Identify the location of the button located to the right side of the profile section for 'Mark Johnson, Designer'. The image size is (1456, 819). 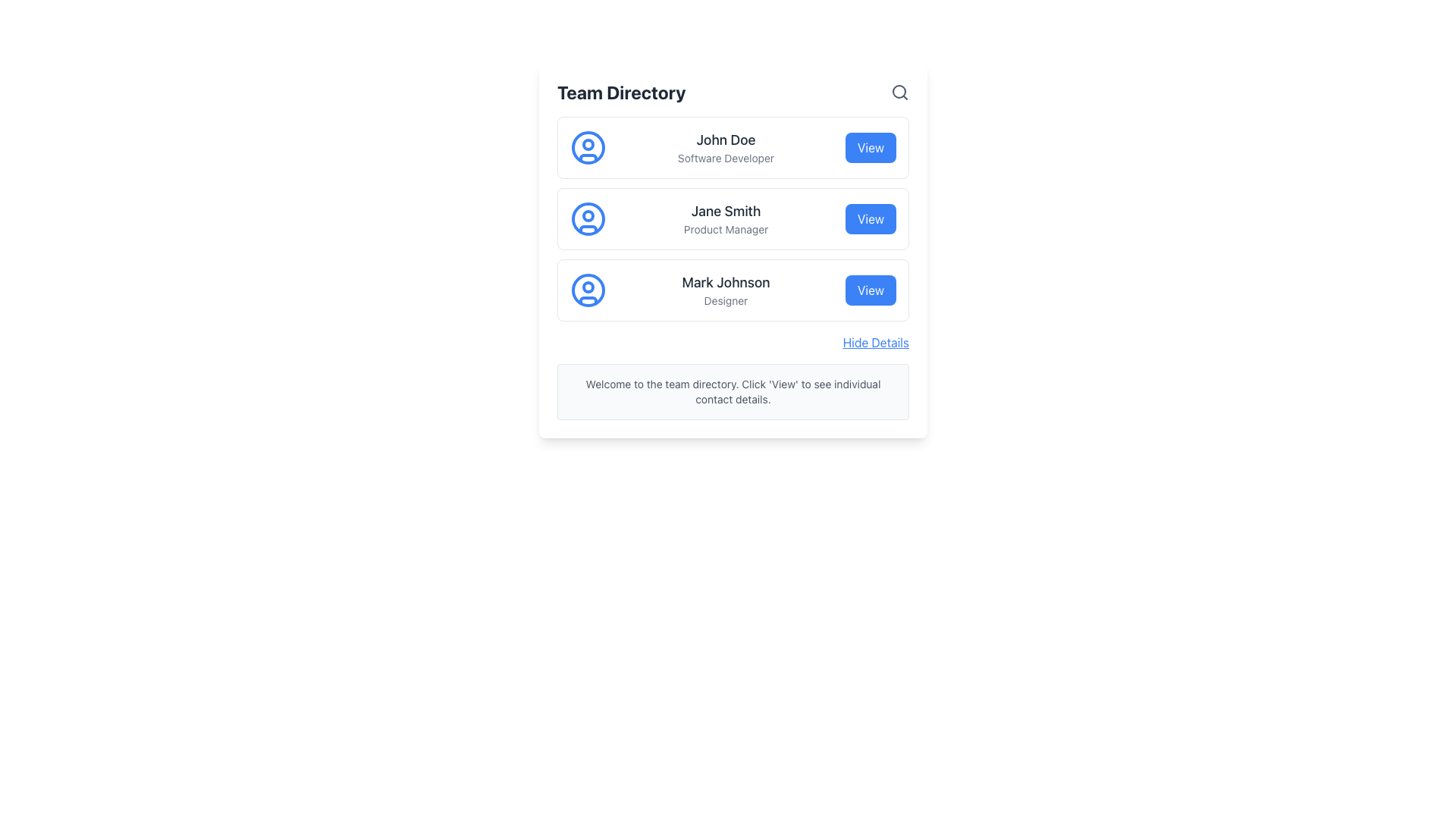
(871, 290).